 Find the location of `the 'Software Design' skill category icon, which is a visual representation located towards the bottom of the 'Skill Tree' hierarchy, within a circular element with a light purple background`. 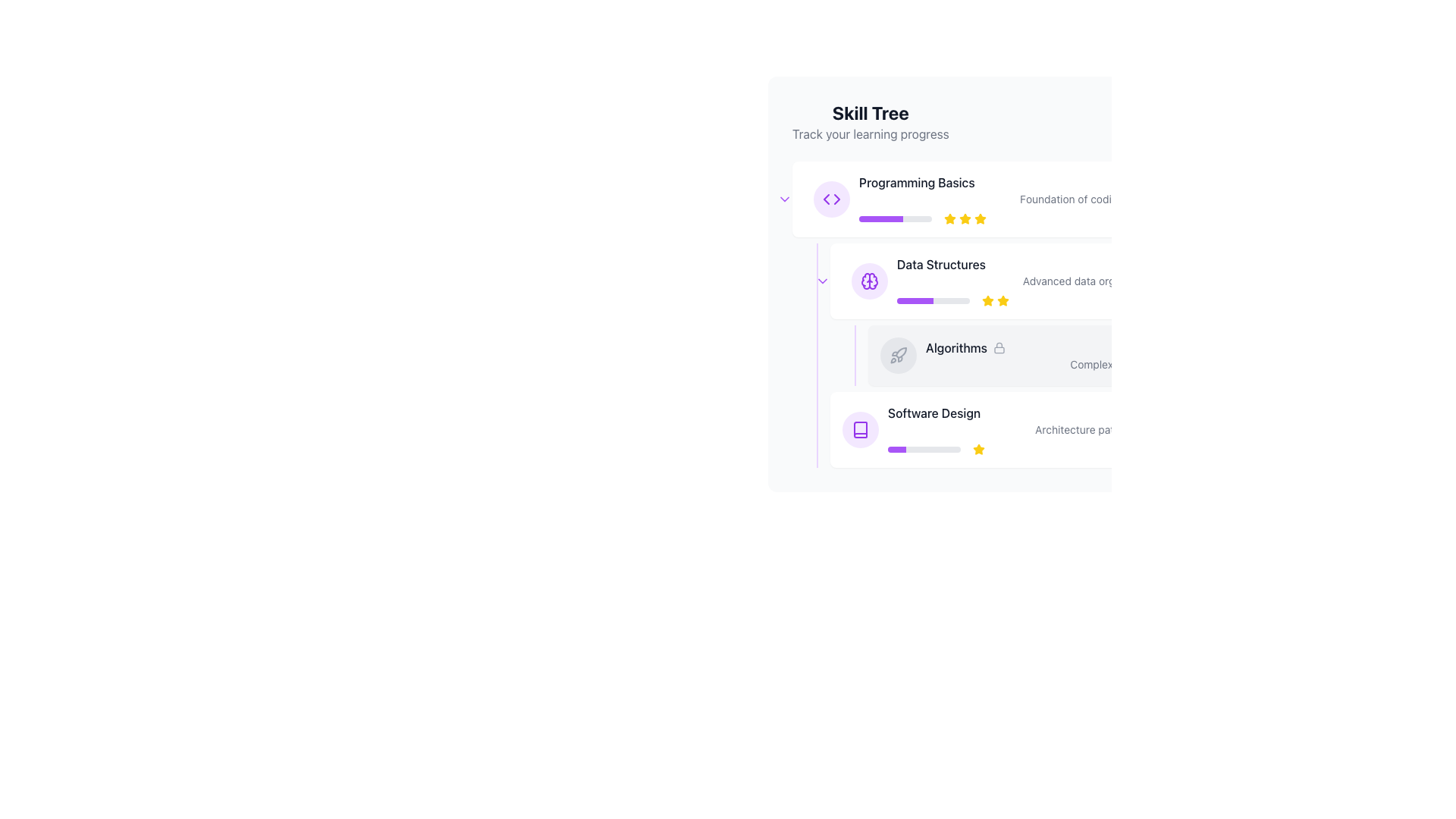

the 'Software Design' skill category icon, which is a visual representation located towards the bottom of the 'Skill Tree' hierarchy, within a circular element with a light purple background is located at coordinates (860, 430).